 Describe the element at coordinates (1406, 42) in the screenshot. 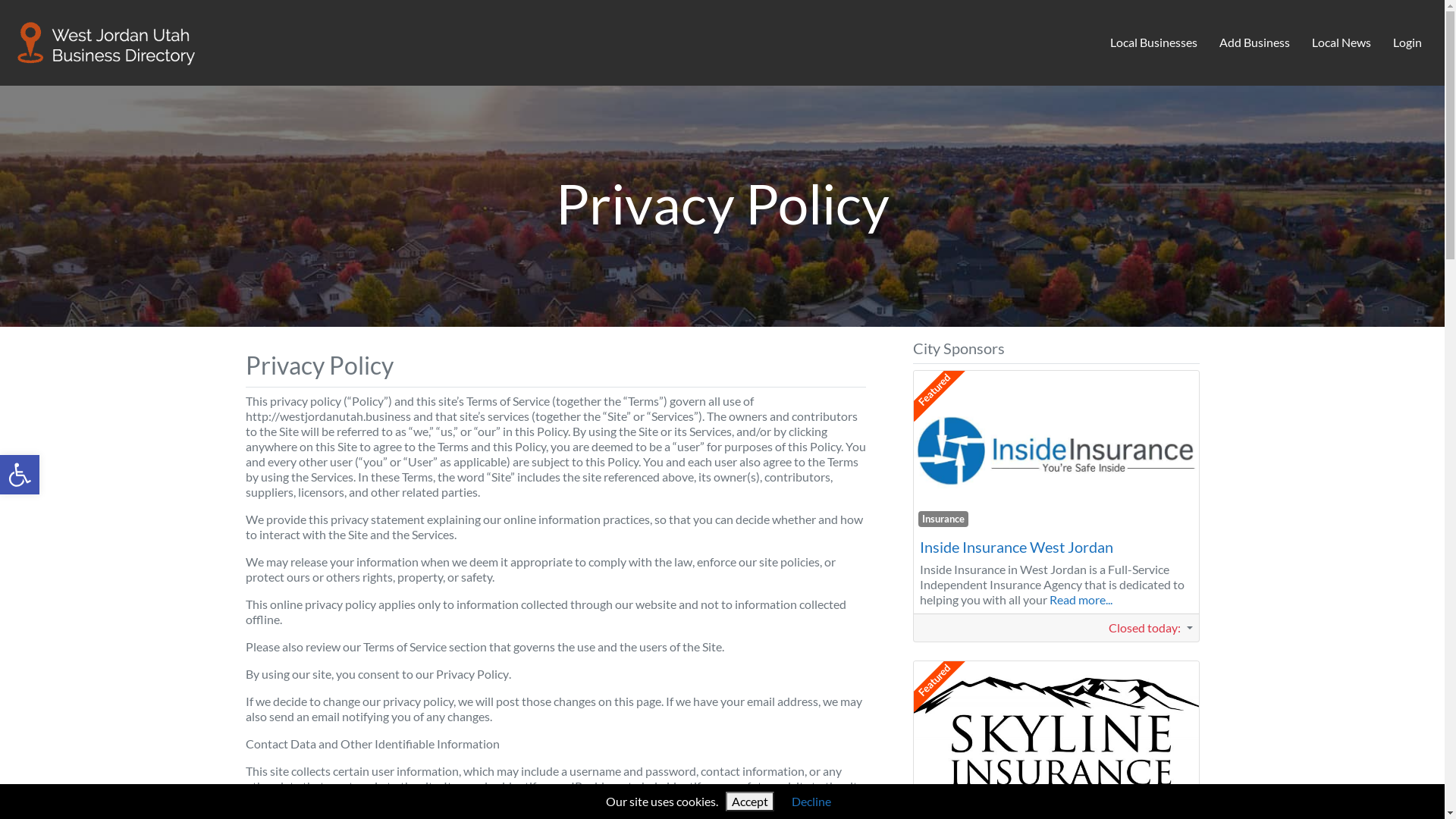

I see `'Login'` at that location.